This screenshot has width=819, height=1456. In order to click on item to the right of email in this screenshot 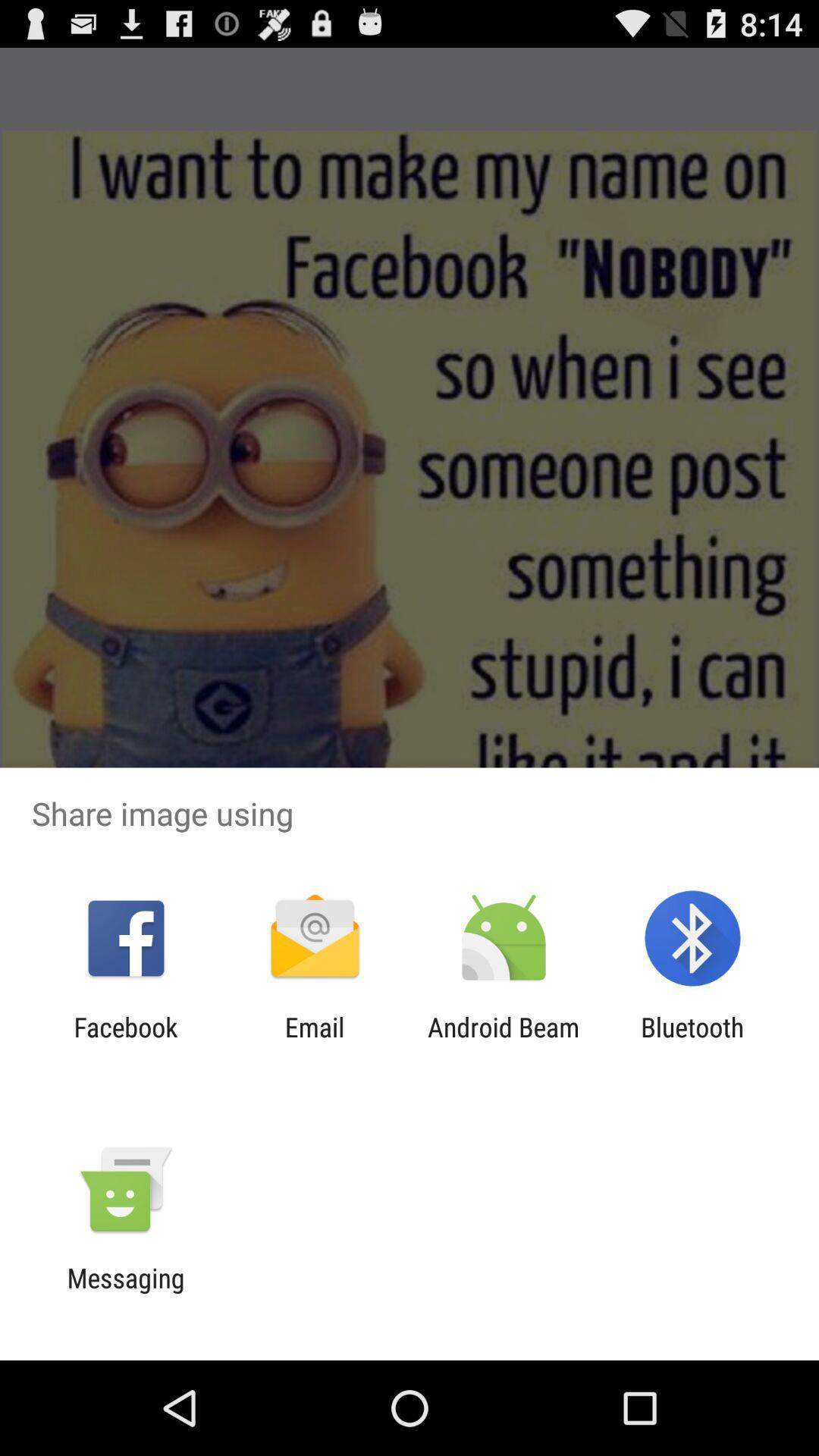, I will do `click(504, 1042)`.